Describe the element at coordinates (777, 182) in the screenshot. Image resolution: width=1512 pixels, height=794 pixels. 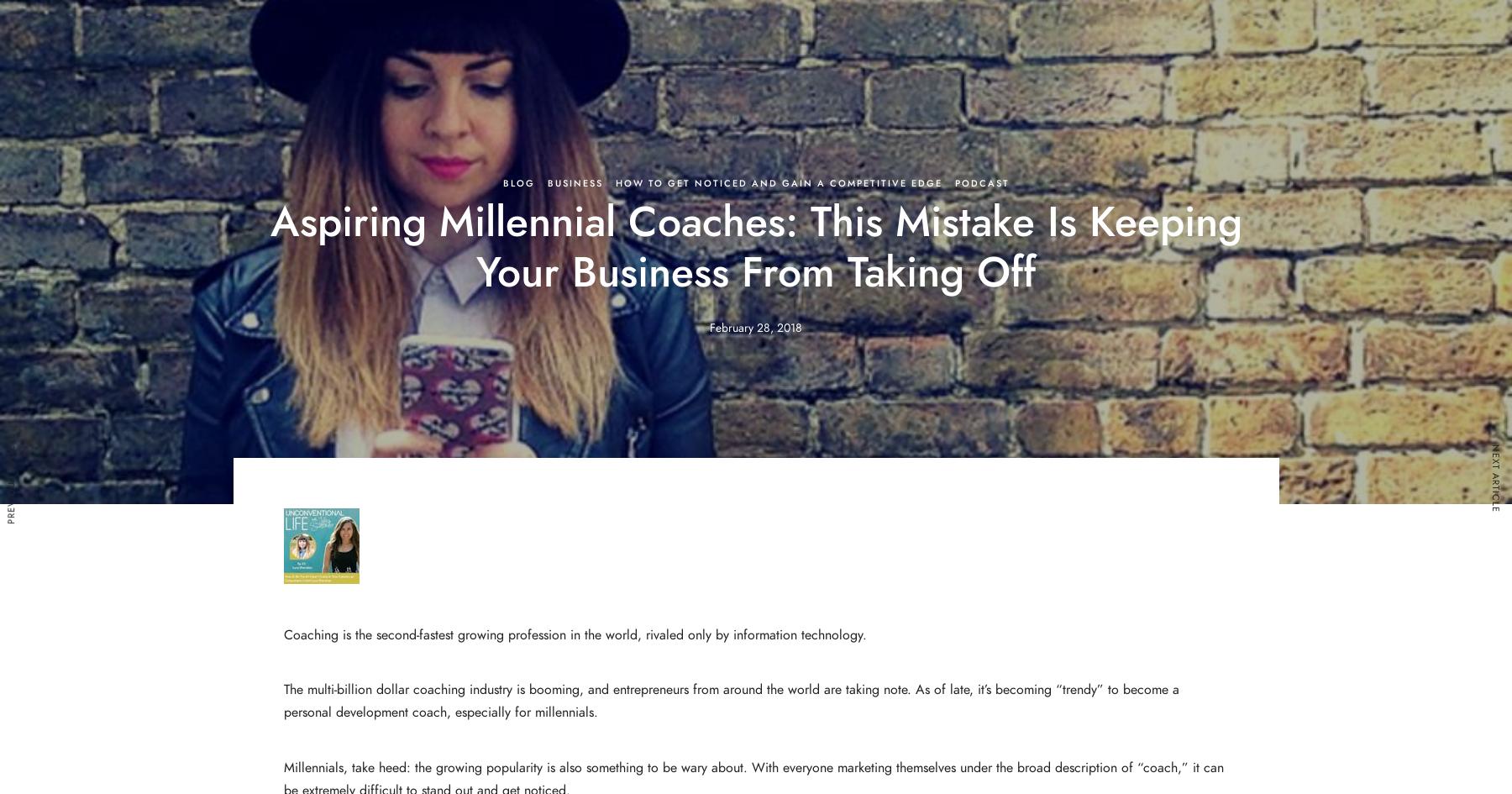
I see `'How To Get Noticed And Gain A Competitive Edge'` at that location.